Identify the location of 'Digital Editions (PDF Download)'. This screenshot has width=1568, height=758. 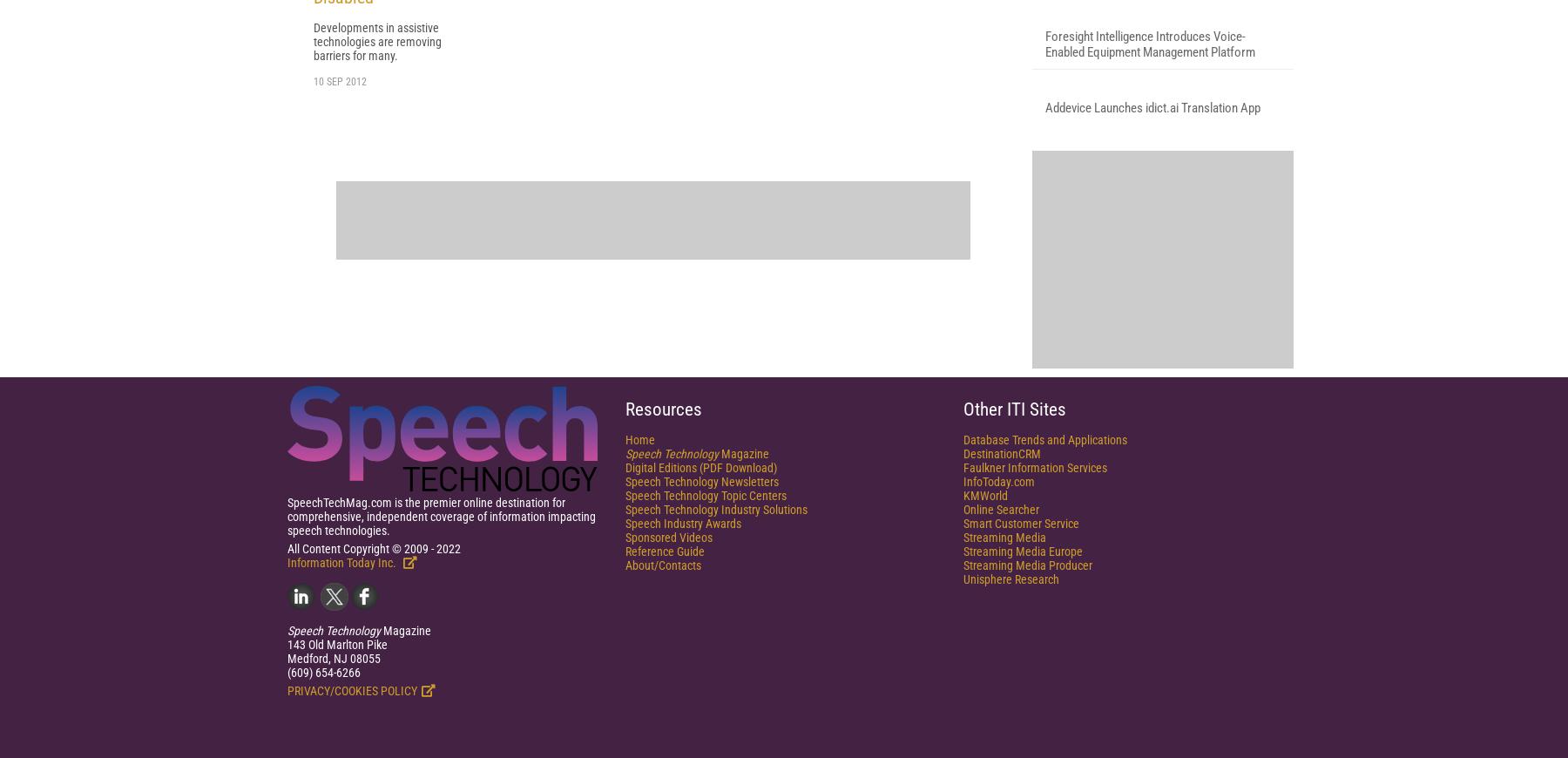
(700, 676).